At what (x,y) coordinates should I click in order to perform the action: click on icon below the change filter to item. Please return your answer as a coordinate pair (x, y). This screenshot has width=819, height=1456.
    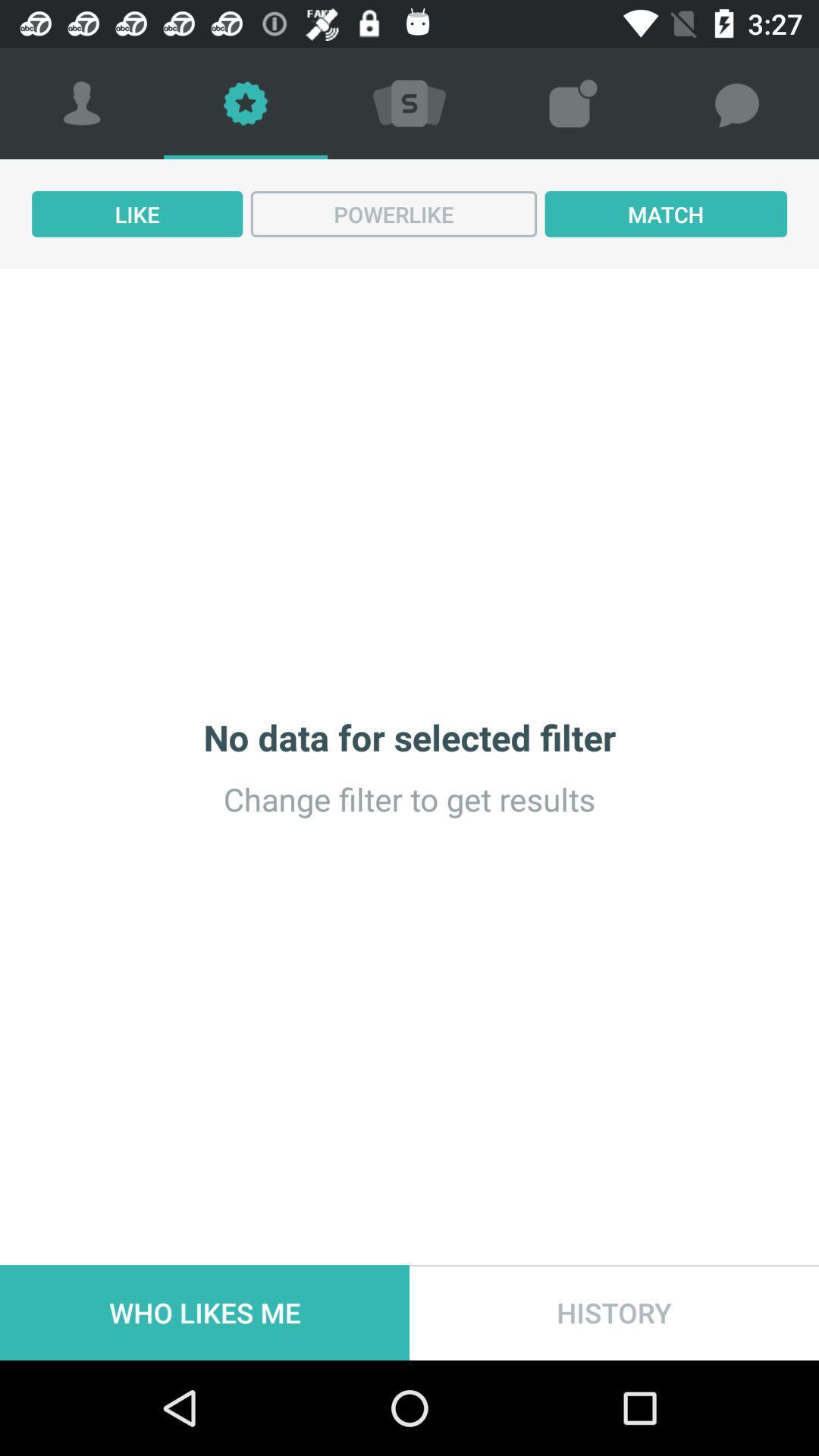
    Looking at the image, I should click on (614, 1312).